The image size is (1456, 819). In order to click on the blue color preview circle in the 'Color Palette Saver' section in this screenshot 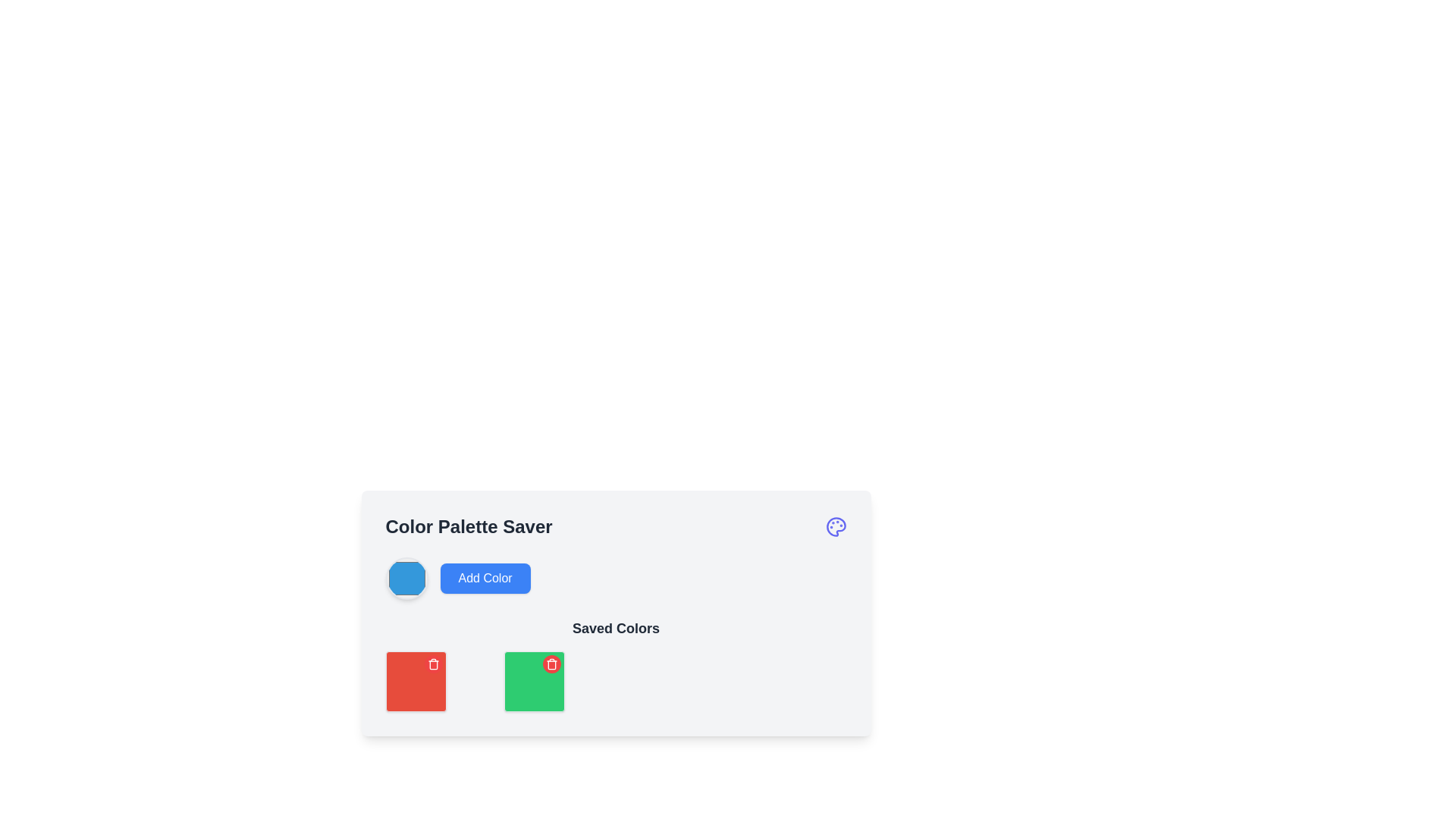, I will do `click(616, 579)`.